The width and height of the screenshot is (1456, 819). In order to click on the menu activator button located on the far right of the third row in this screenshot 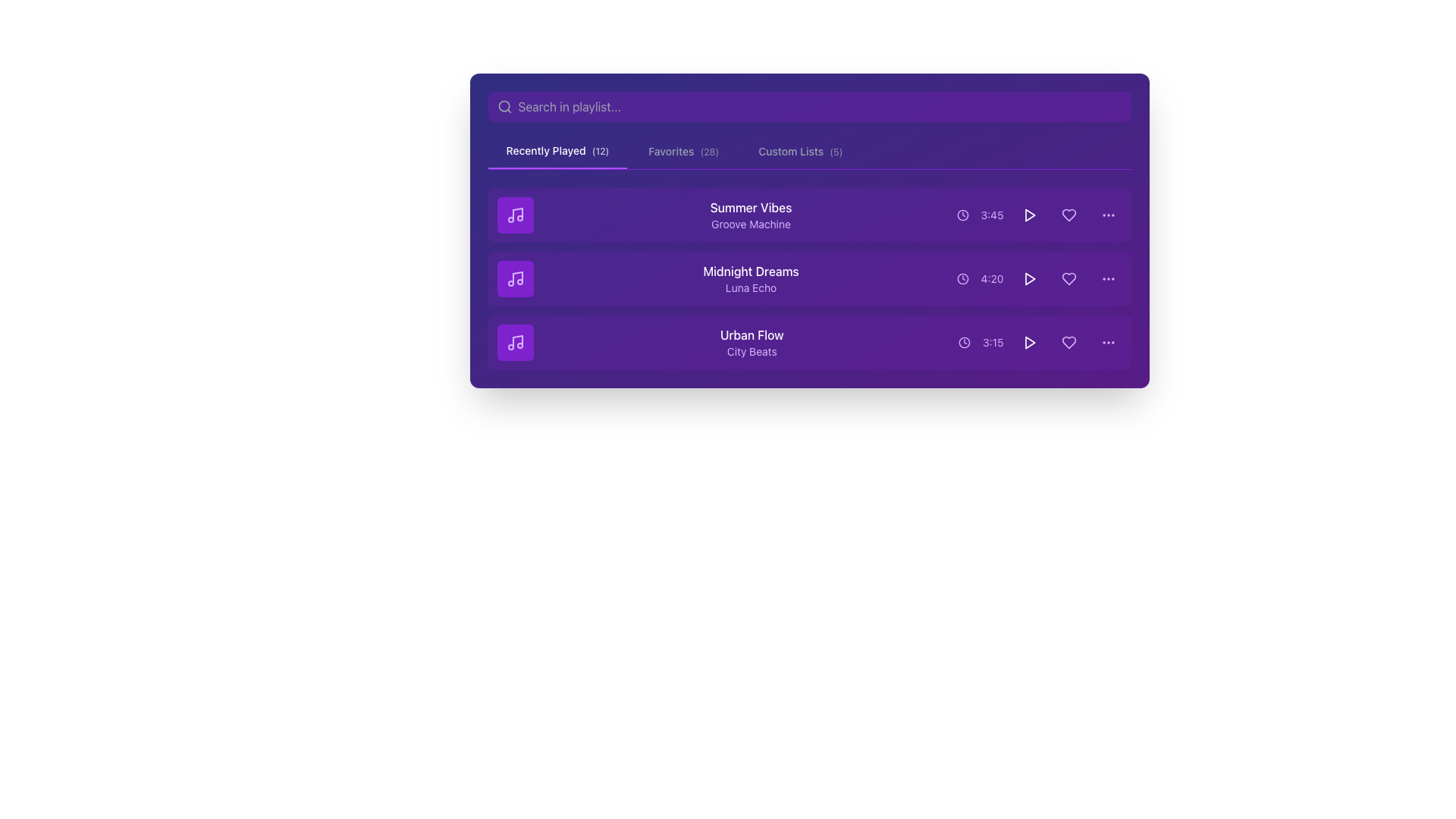, I will do `click(1108, 342)`.